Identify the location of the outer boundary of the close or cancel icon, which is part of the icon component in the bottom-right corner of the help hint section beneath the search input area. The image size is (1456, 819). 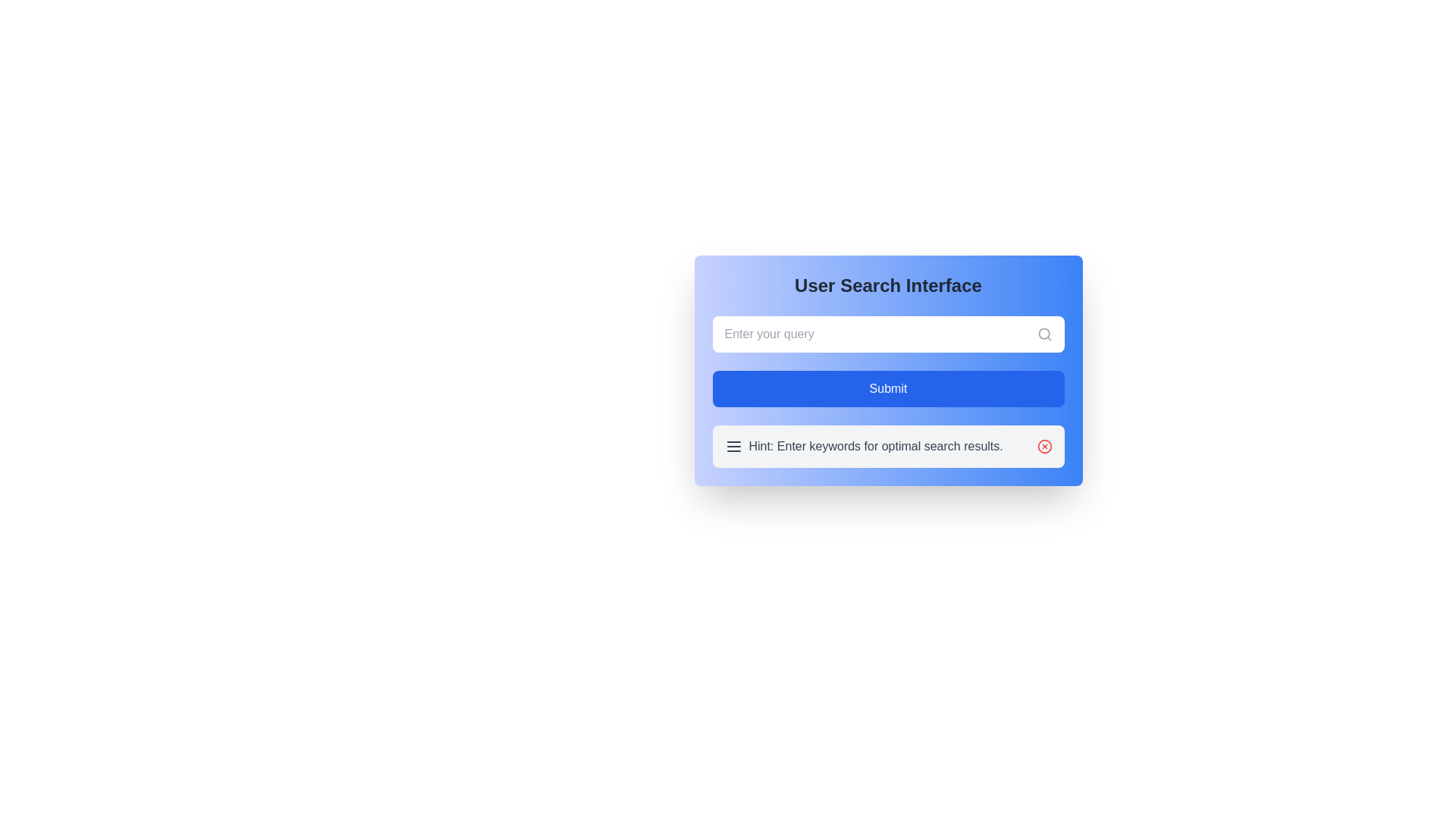
(1043, 446).